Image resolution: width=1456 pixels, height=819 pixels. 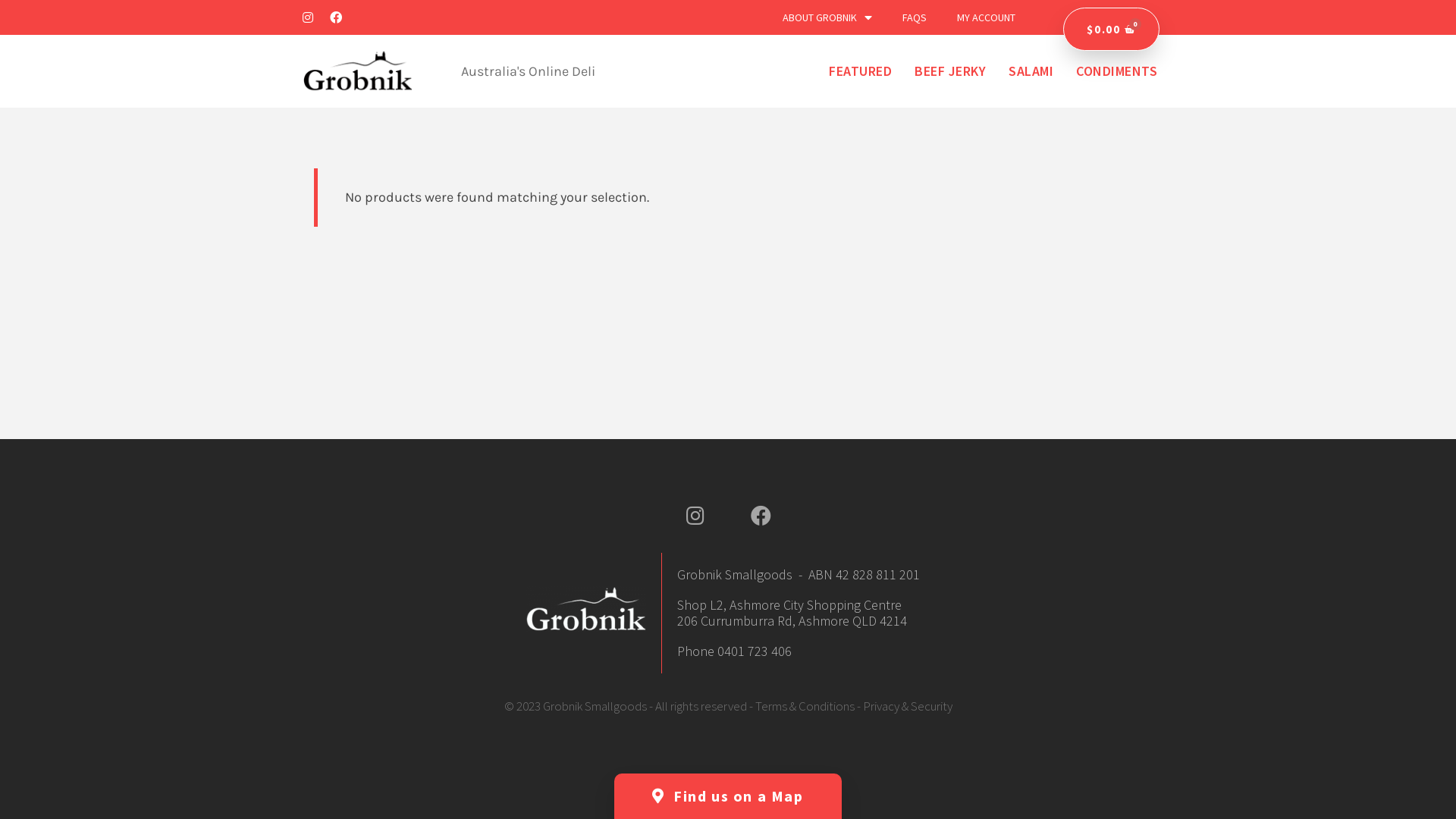 What do you see at coordinates (767, 17) in the screenshot?
I see `'ABOUT GROBNIK'` at bounding box center [767, 17].